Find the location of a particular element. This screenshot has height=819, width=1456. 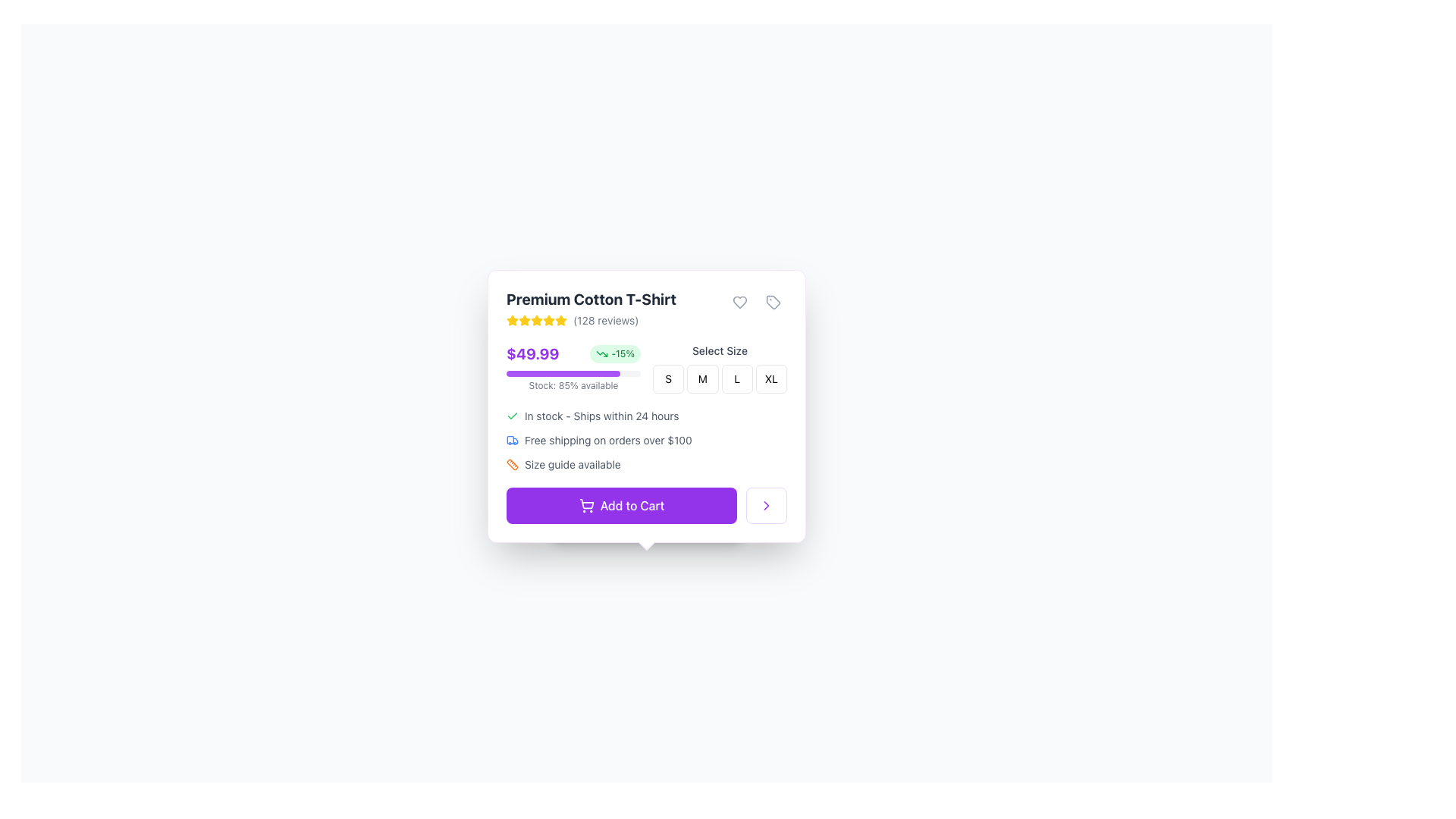

the static text label displaying '(128 reviews)' located in the product detail section to the right of the star icons is located at coordinates (605, 320).